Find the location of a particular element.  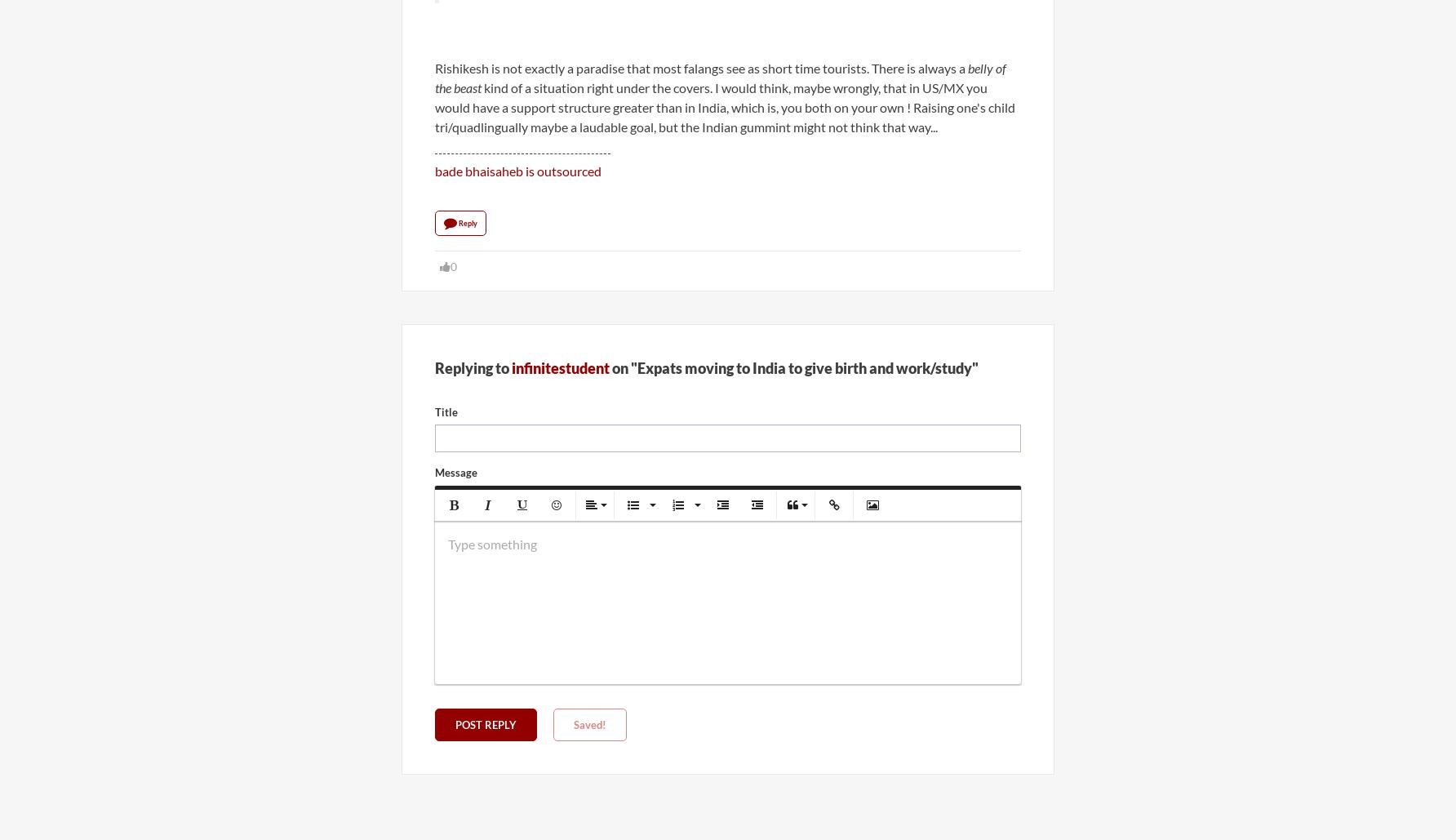

'belly of the beast' is located at coordinates (720, 77).